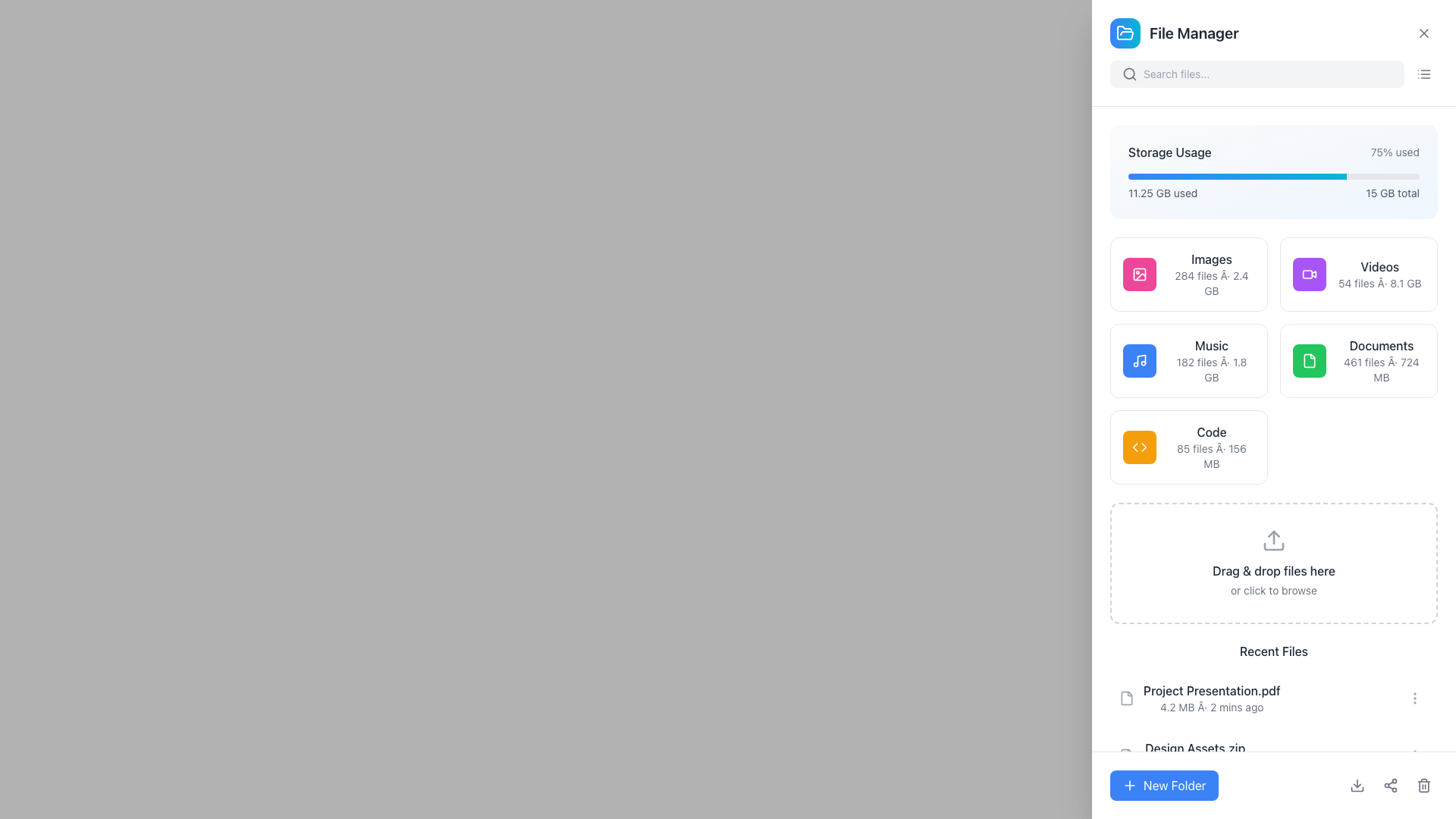 The image size is (1456, 819). What do you see at coordinates (1194, 765) in the screenshot?
I see `metadata text element located directly below the file name 'Design Assets.zip' in the 'Recent Files' list` at bounding box center [1194, 765].